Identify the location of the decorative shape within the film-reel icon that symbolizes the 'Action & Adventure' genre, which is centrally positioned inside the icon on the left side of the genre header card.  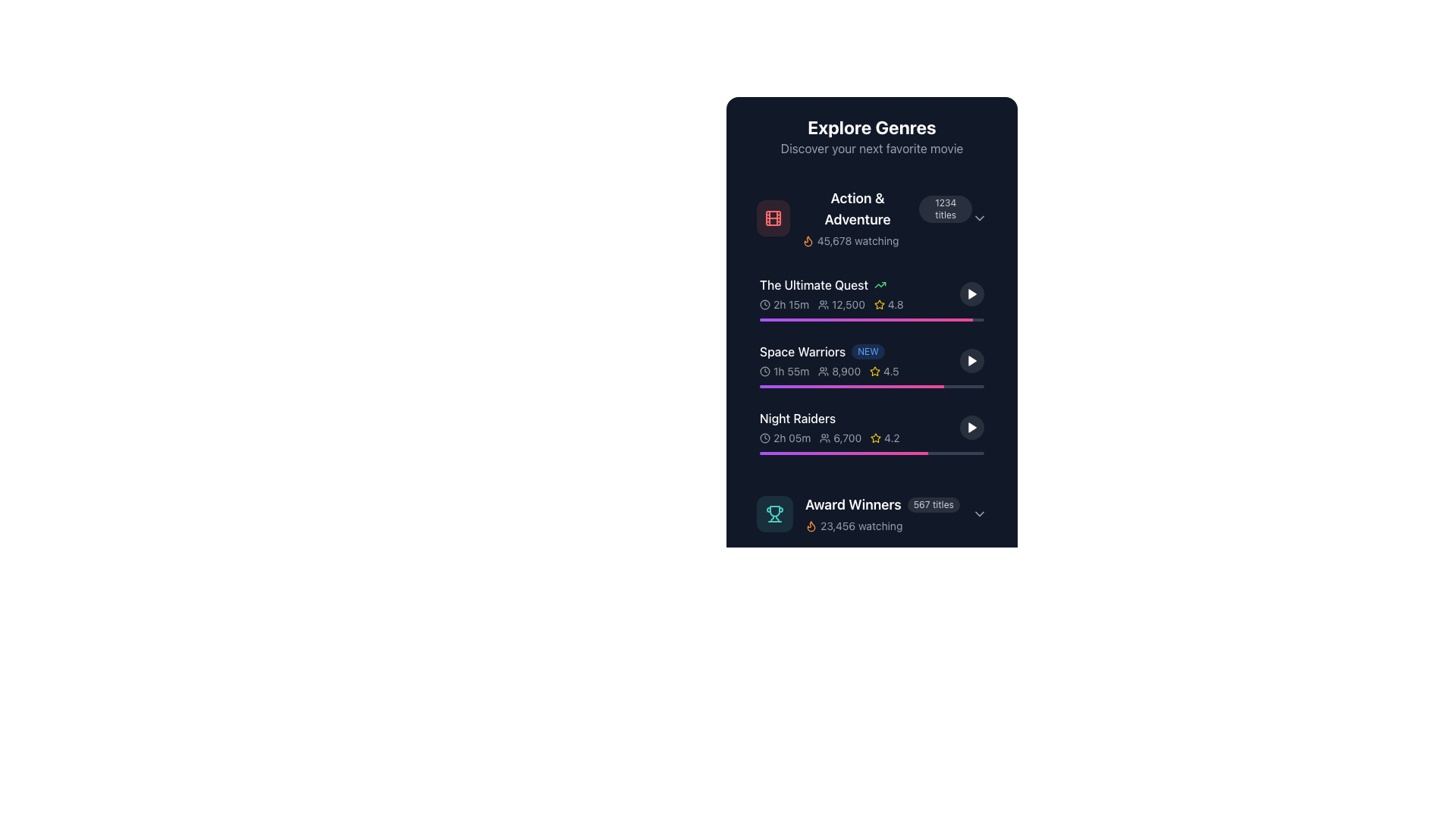
(773, 218).